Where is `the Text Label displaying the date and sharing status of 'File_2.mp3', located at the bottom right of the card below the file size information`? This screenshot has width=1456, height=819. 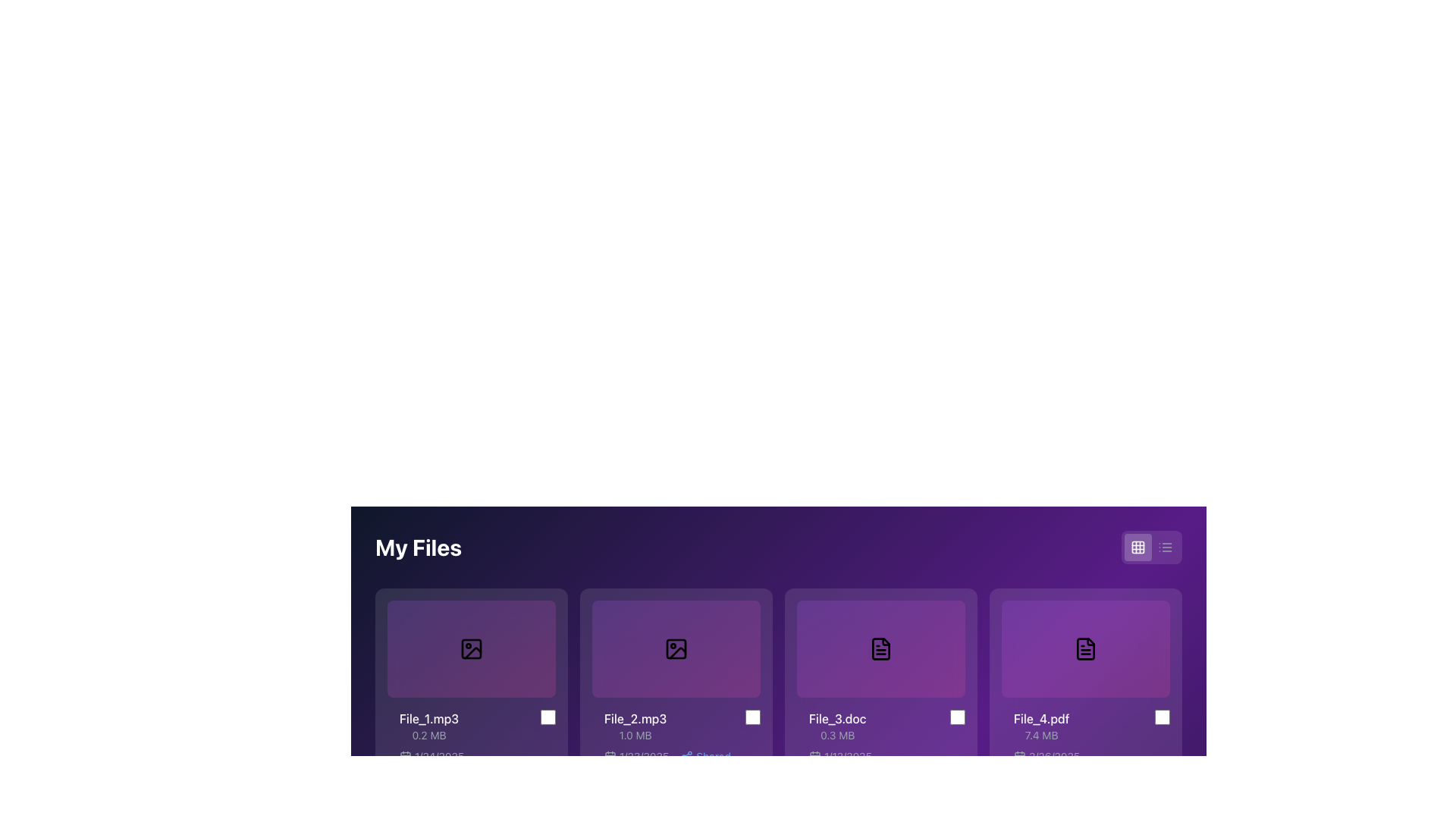 the Text Label displaying the date and sharing status of 'File_2.mp3', located at the bottom right of the card below the file size information is located at coordinates (682, 757).